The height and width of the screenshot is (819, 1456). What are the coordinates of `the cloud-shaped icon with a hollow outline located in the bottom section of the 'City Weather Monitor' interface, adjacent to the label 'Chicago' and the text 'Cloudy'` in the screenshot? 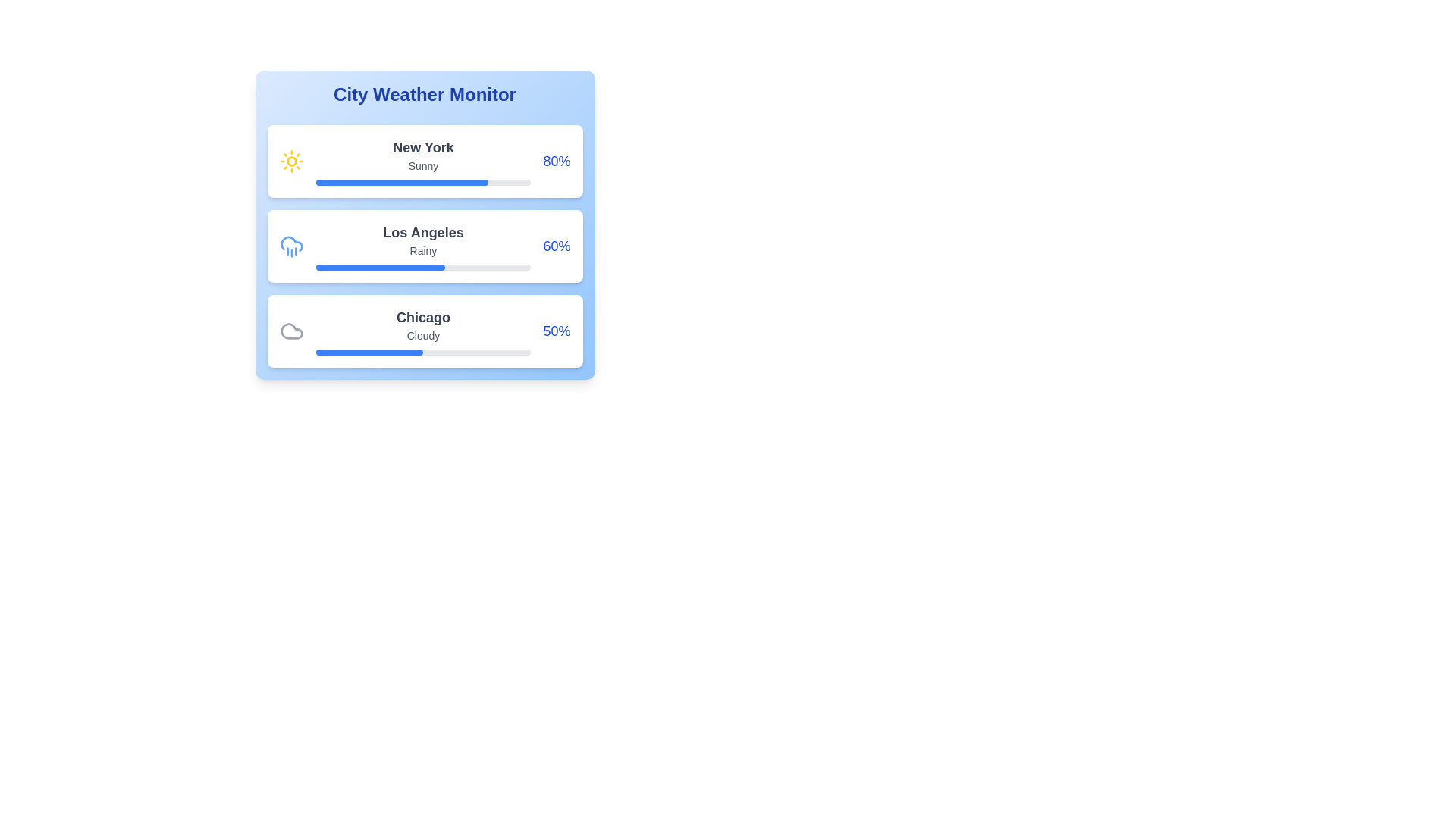 It's located at (291, 330).